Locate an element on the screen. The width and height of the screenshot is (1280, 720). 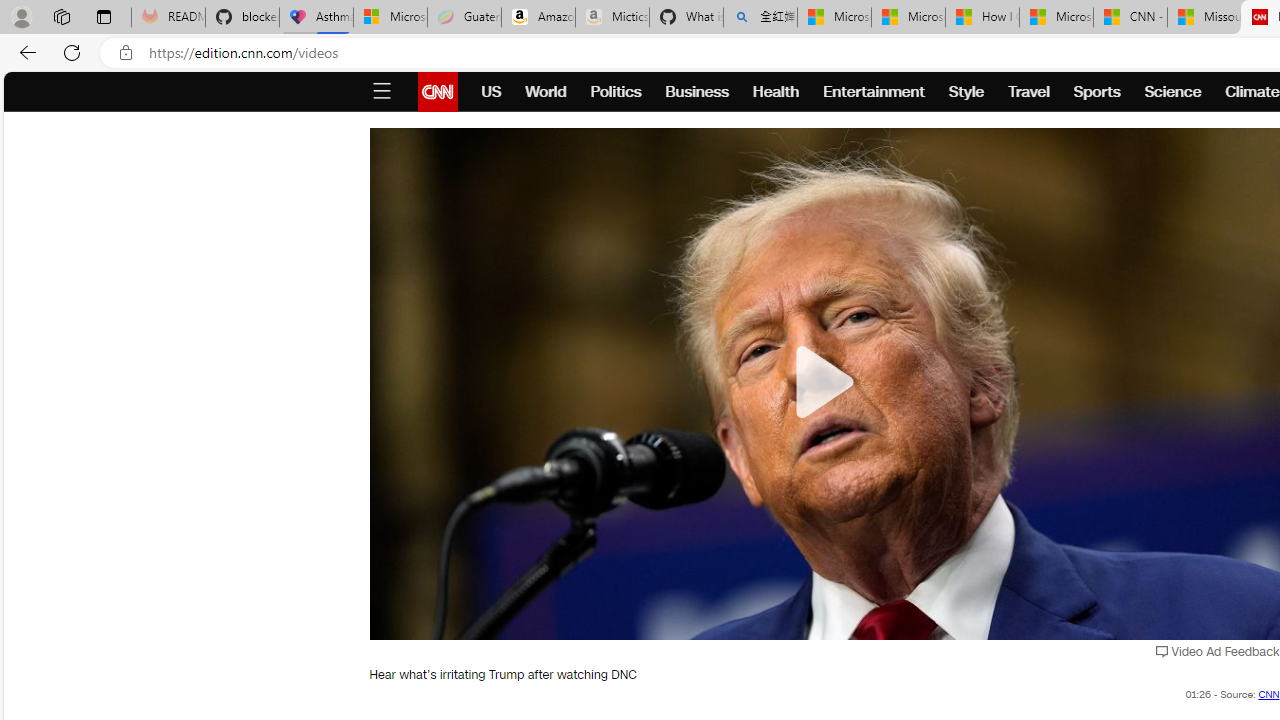
'World' is located at coordinates (545, 92).